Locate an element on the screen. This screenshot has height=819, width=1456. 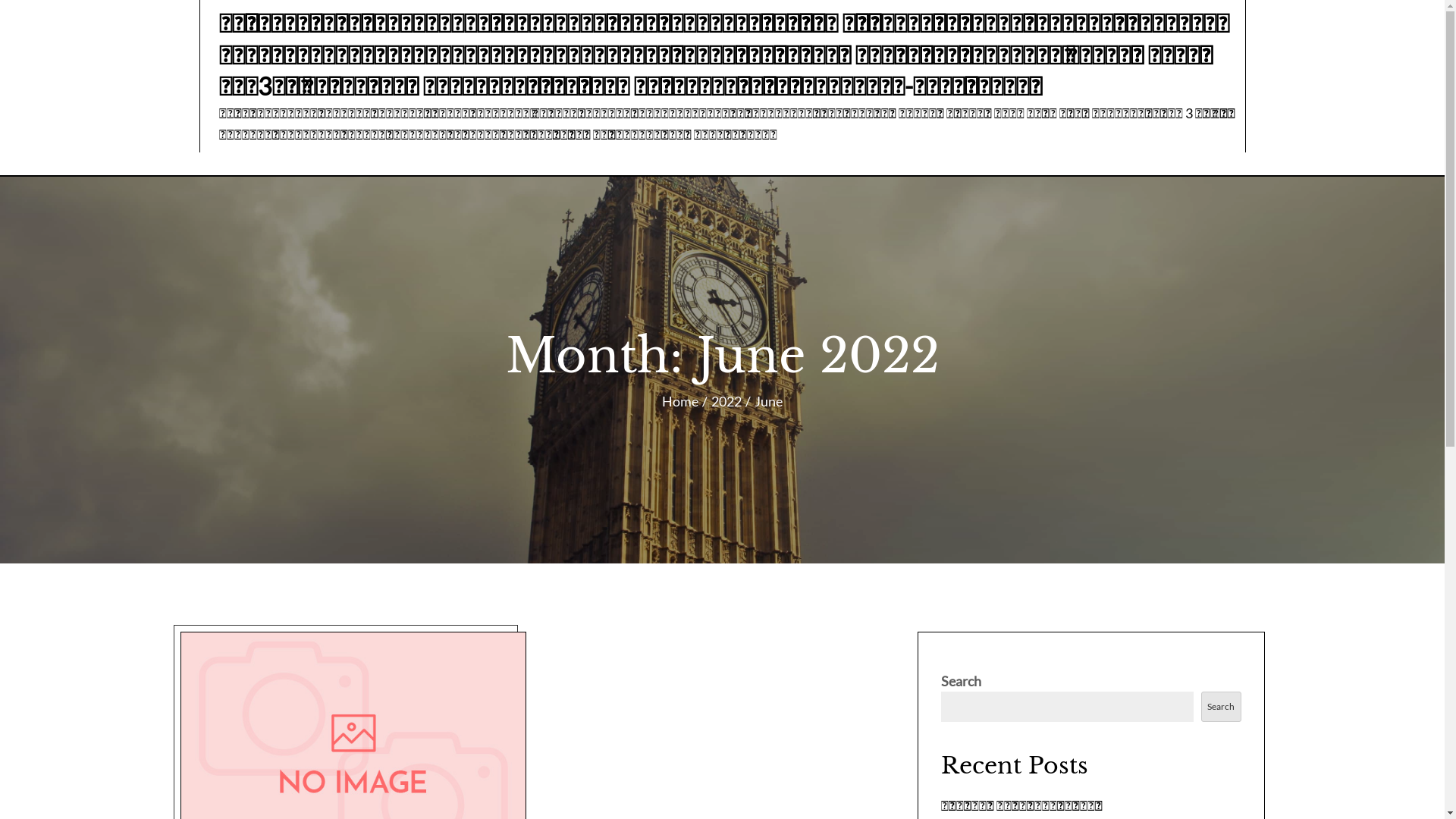
'2022' is located at coordinates (726, 400).